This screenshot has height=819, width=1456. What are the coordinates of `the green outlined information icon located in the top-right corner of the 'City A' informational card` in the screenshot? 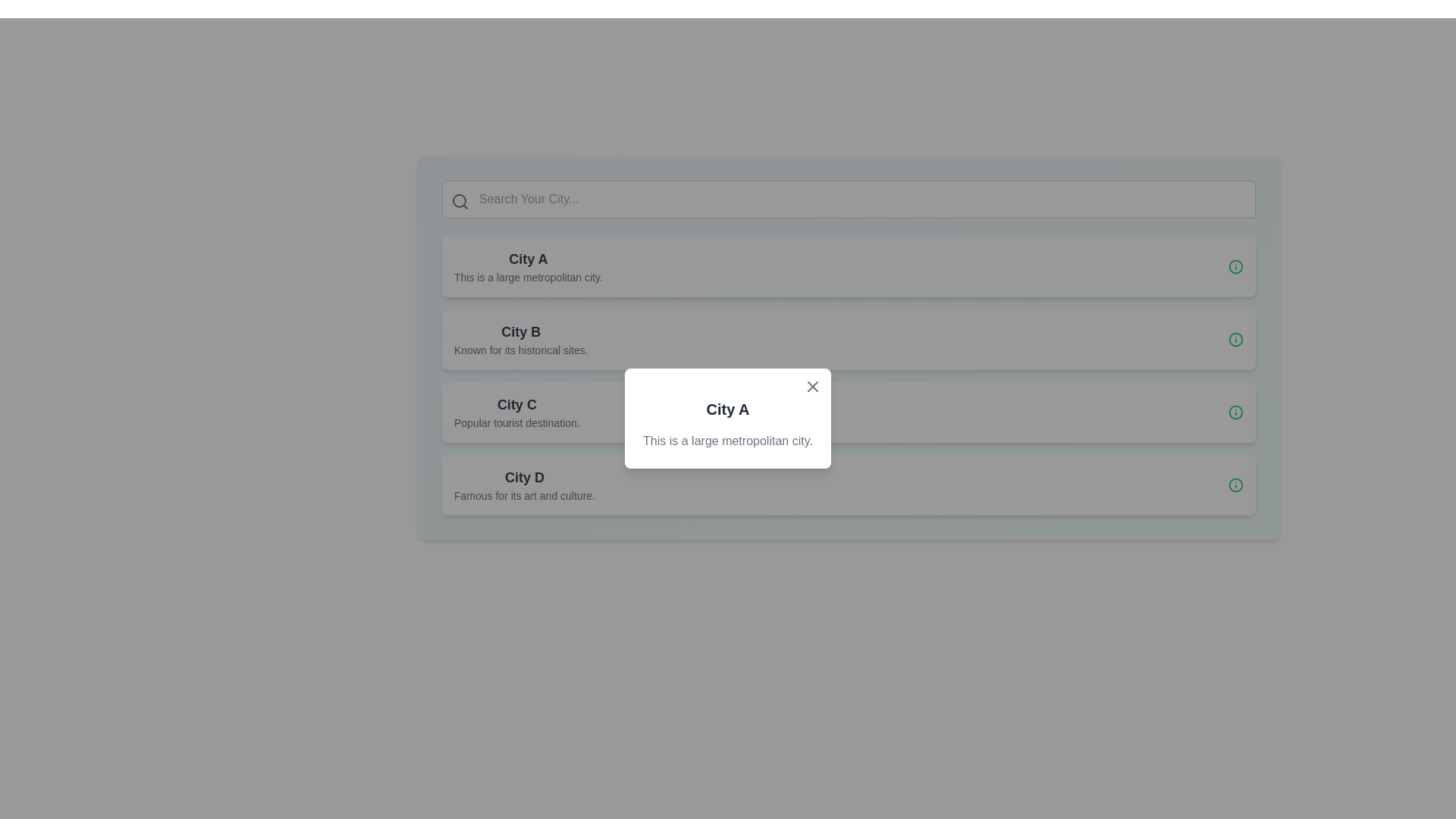 It's located at (1236, 265).